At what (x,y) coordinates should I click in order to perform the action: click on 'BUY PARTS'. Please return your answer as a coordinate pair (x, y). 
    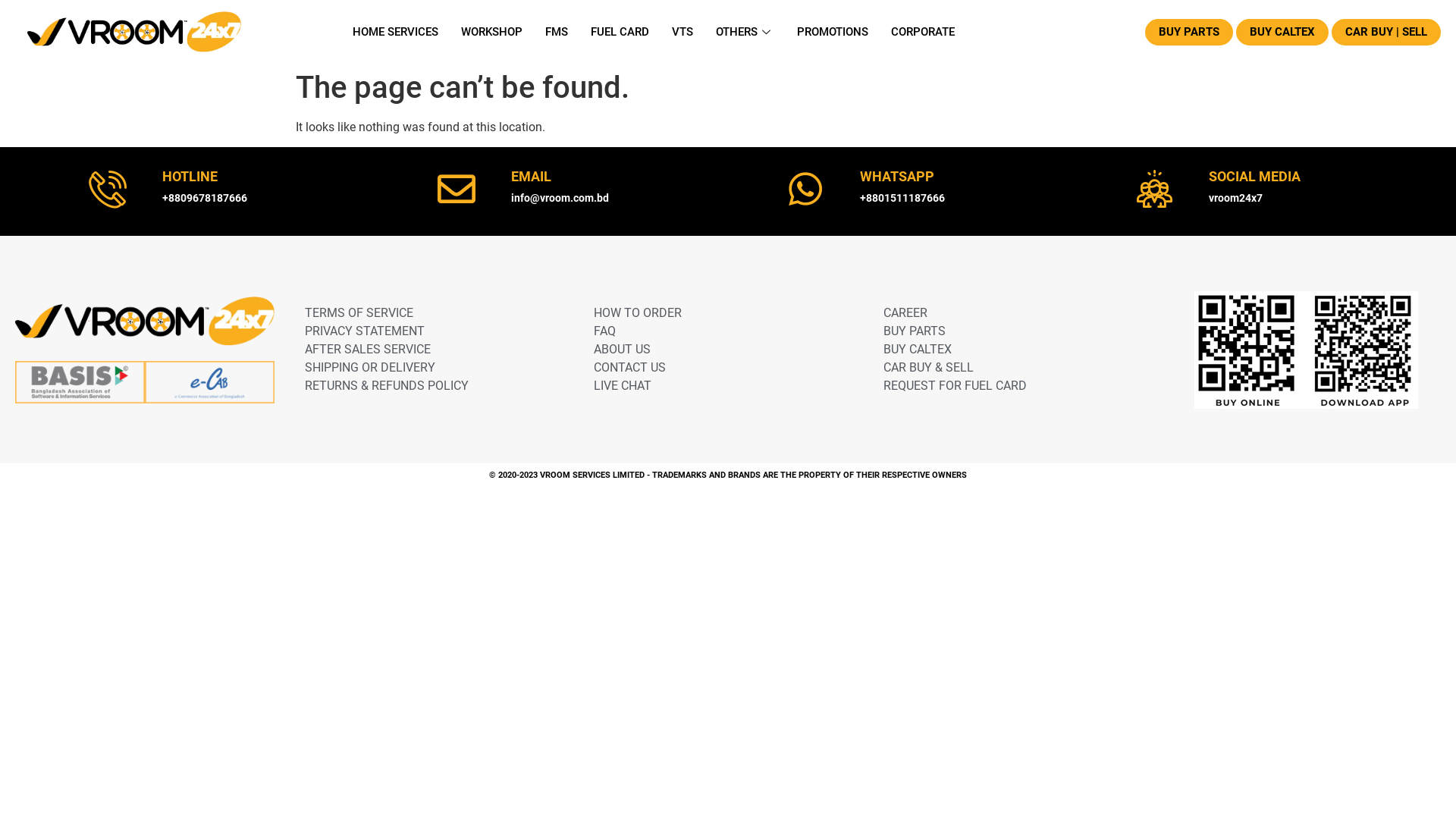
    Looking at the image, I should click on (1145, 31).